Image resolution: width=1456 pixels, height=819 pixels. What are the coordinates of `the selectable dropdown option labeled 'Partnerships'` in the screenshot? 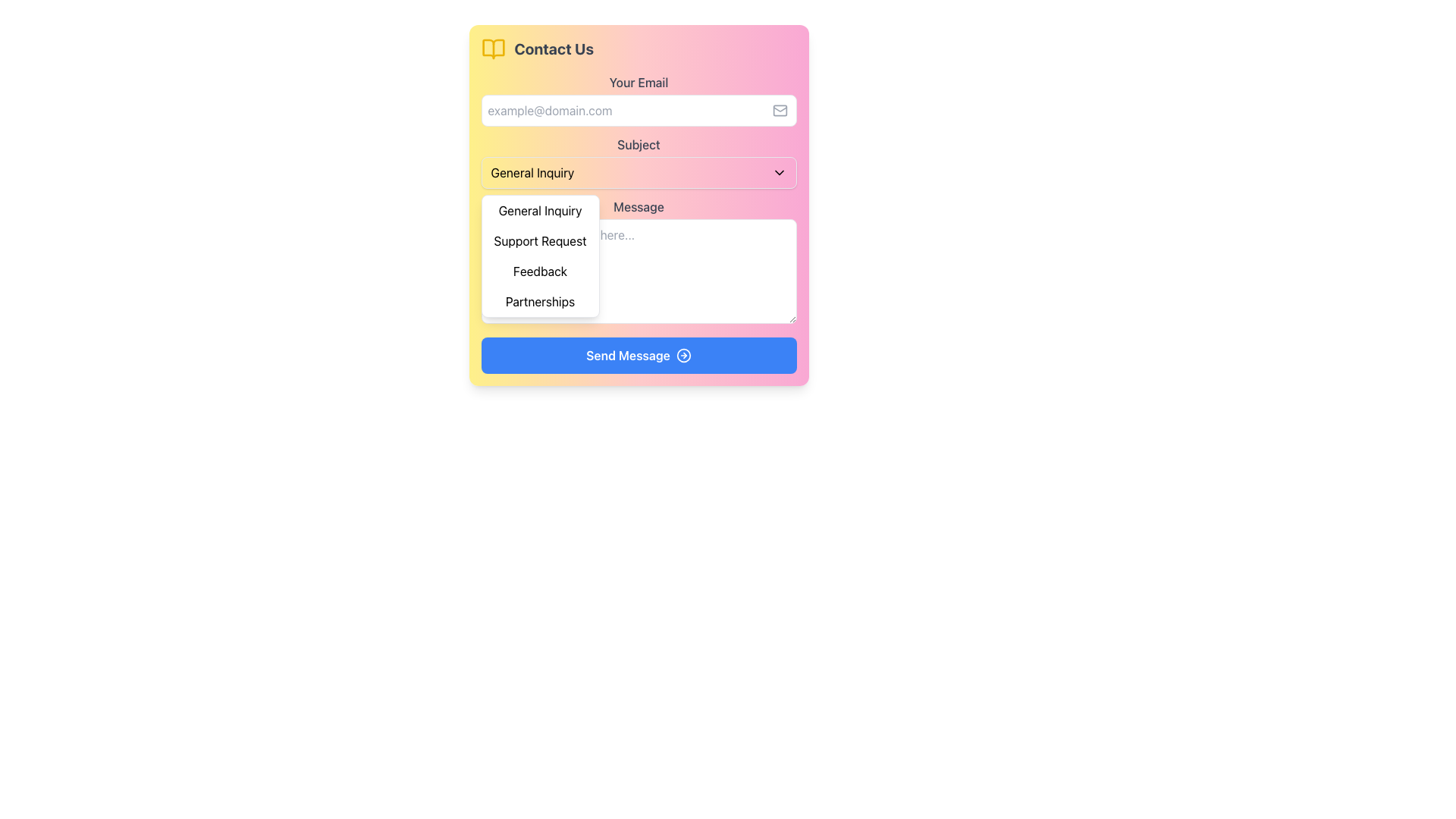 It's located at (540, 301).